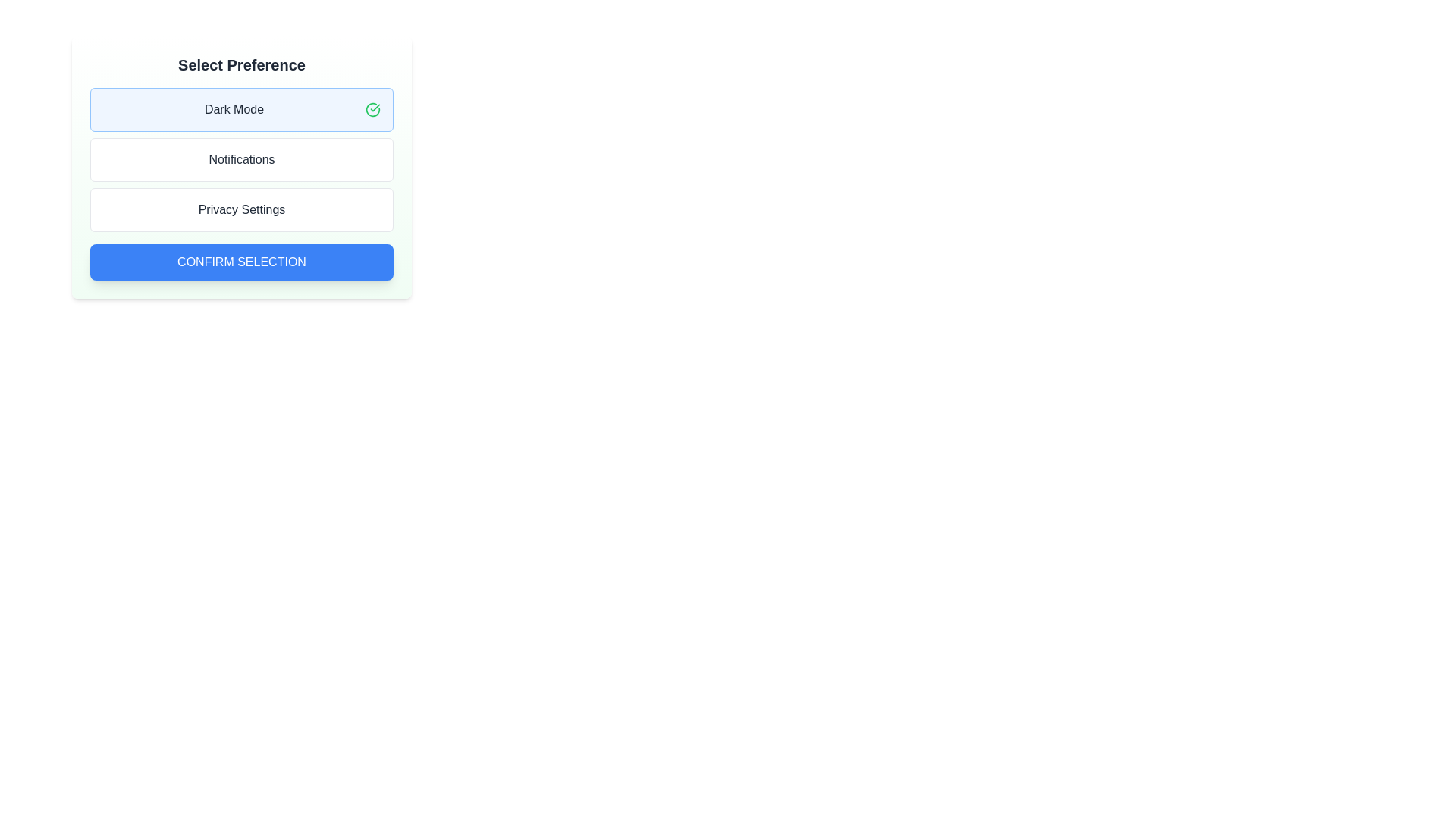 The width and height of the screenshot is (1456, 819). Describe the element at coordinates (240, 64) in the screenshot. I see `the text heading displaying 'Select Preference' located at the top of the settings section with a gradient background` at that location.